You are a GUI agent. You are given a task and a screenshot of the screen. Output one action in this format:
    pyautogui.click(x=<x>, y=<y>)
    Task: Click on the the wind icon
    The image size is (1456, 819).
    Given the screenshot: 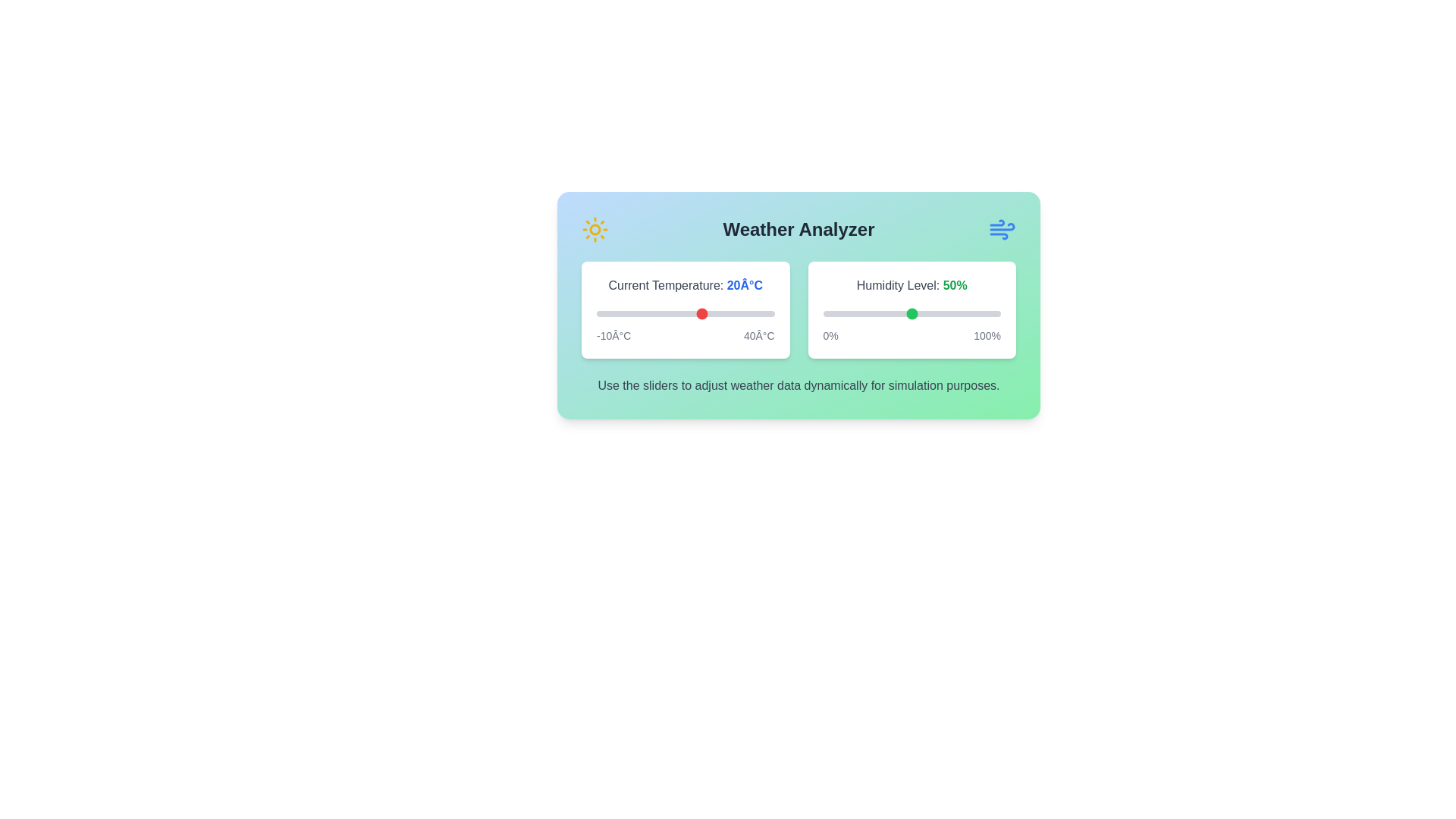 What is the action you would take?
    pyautogui.click(x=1002, y=230)
    